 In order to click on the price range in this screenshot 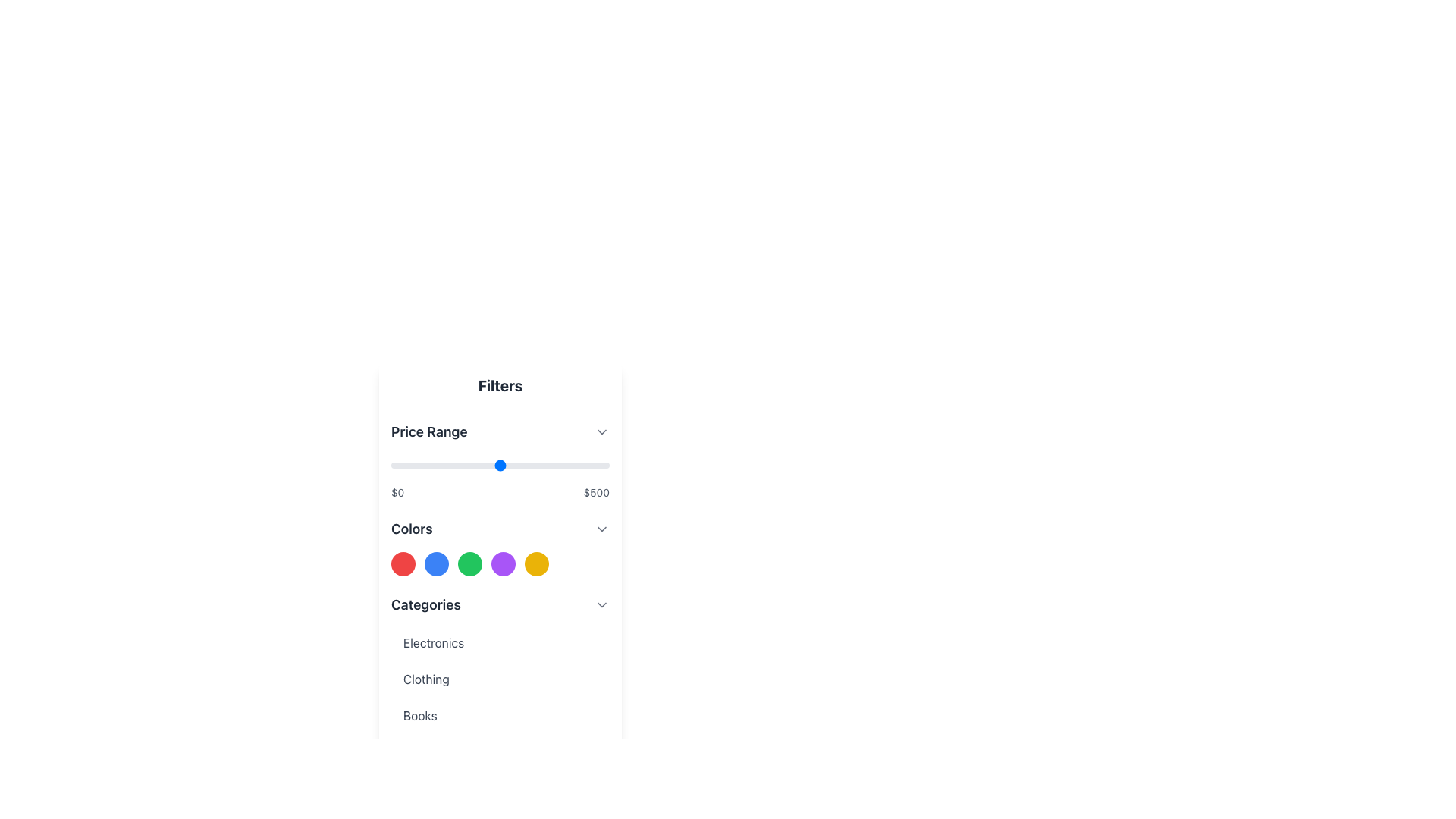, I will do `click(525, 464)`.